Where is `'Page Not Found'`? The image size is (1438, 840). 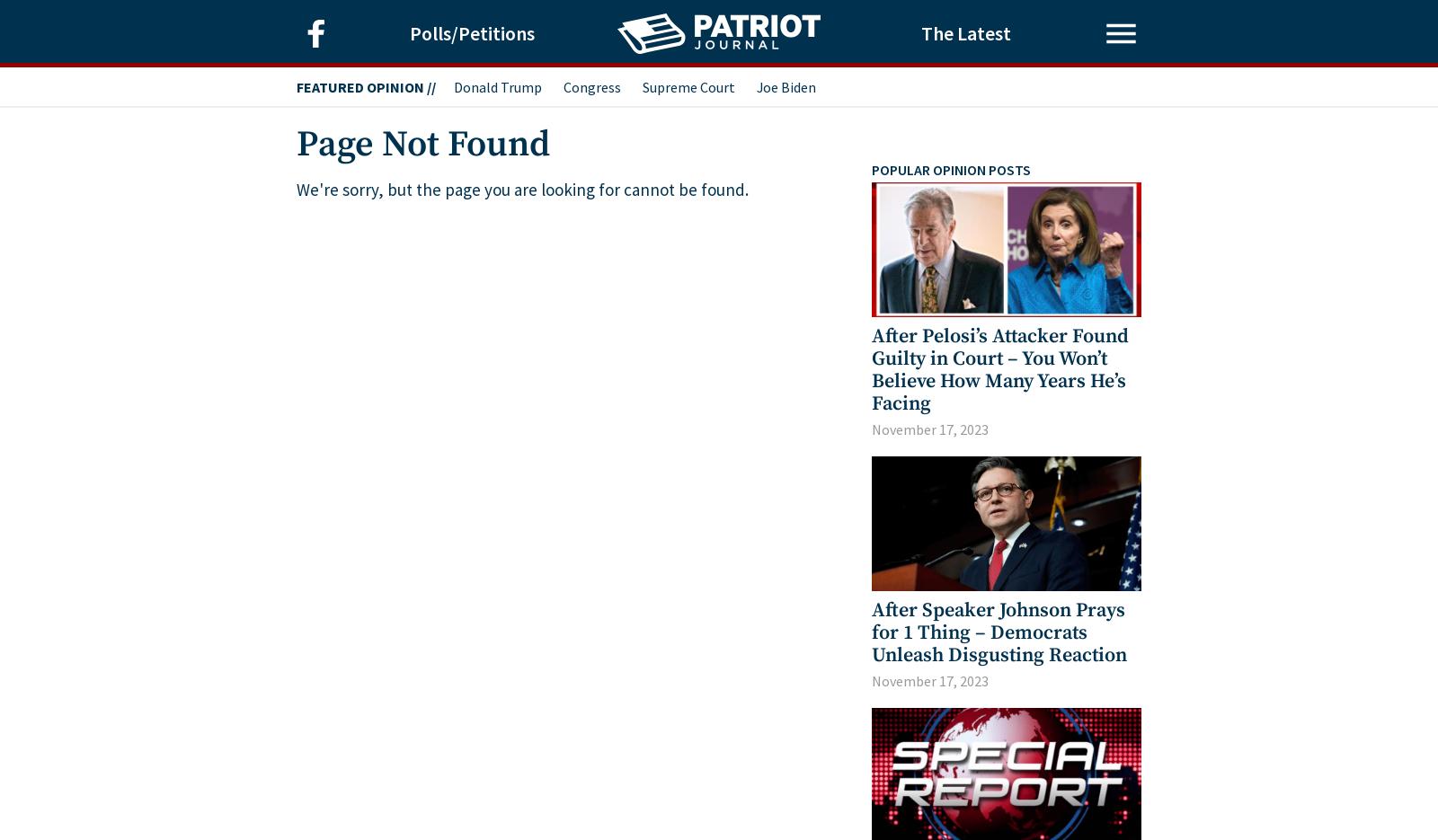
'Page Not Found' is located at coordinates (422, 145).